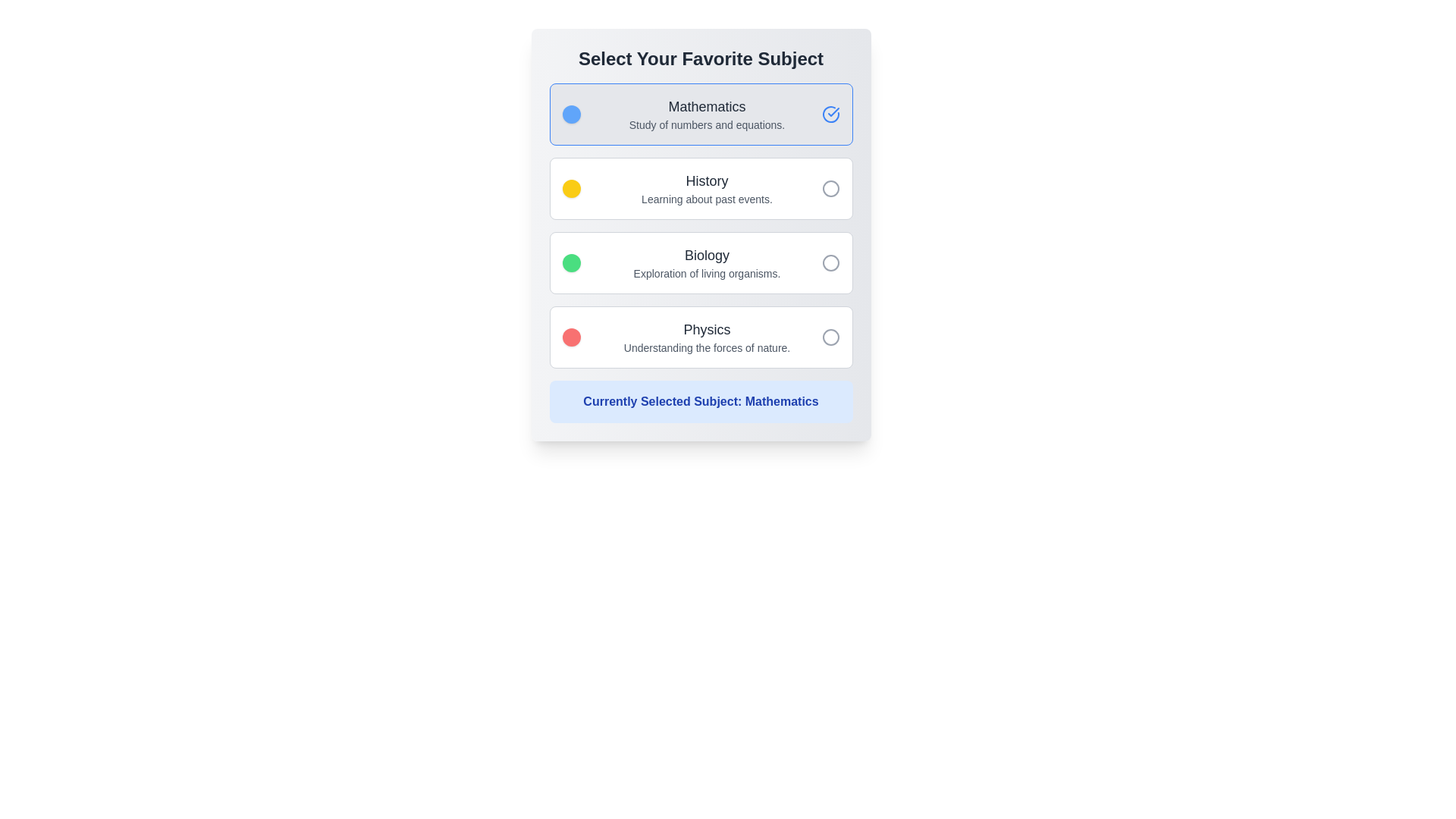  I want to click on the small green circular Decorative Badge located to the left of the 'Biology' text block to identify its associated subject, so click(570, 262).